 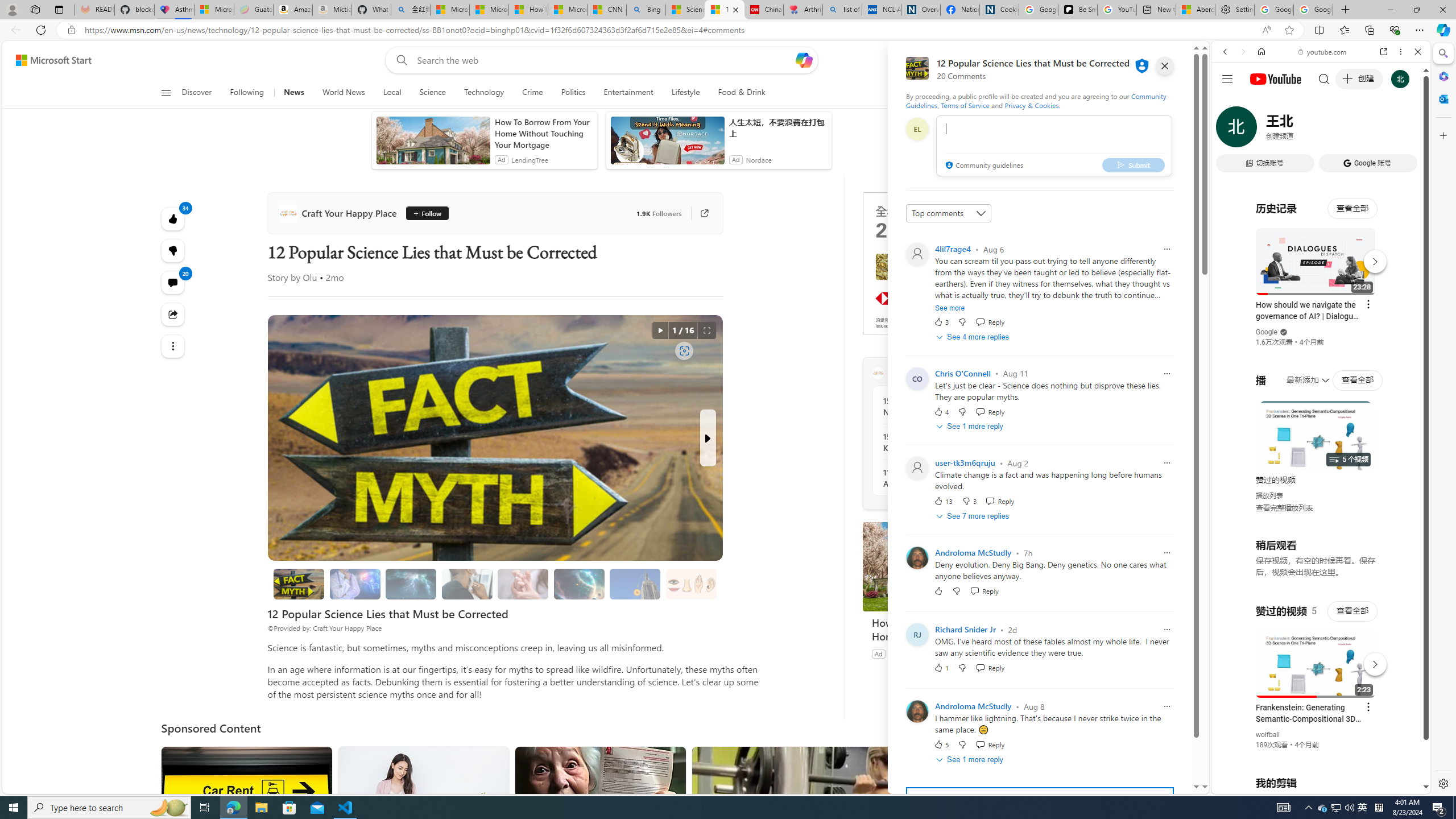 What do you see at coordinates (942, 500) in the screenshot?
I see `'13 Like'` at bounding box center [942, 500].